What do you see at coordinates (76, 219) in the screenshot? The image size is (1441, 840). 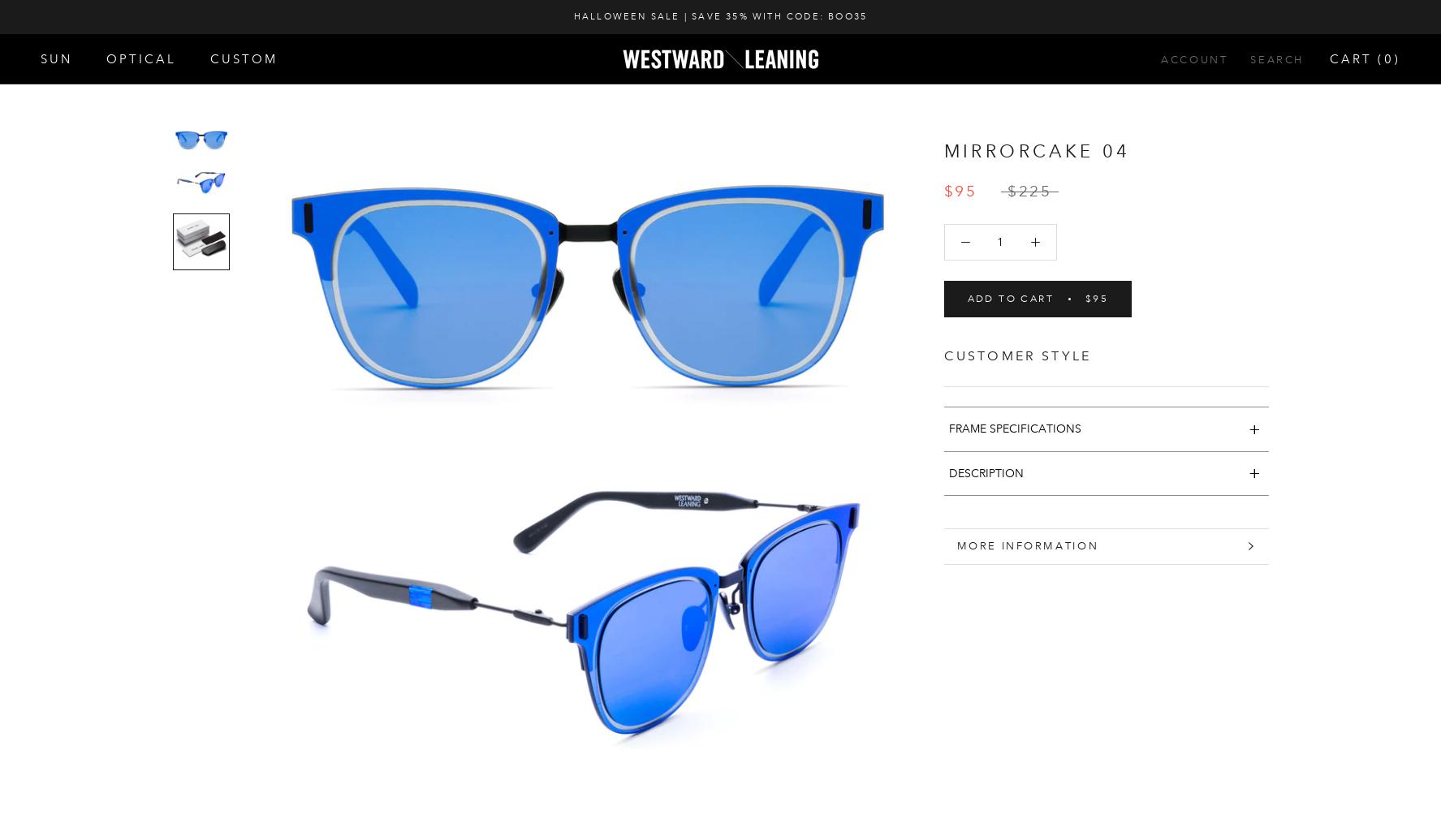 I see `'Sport'` at bounding box center [76, 219].